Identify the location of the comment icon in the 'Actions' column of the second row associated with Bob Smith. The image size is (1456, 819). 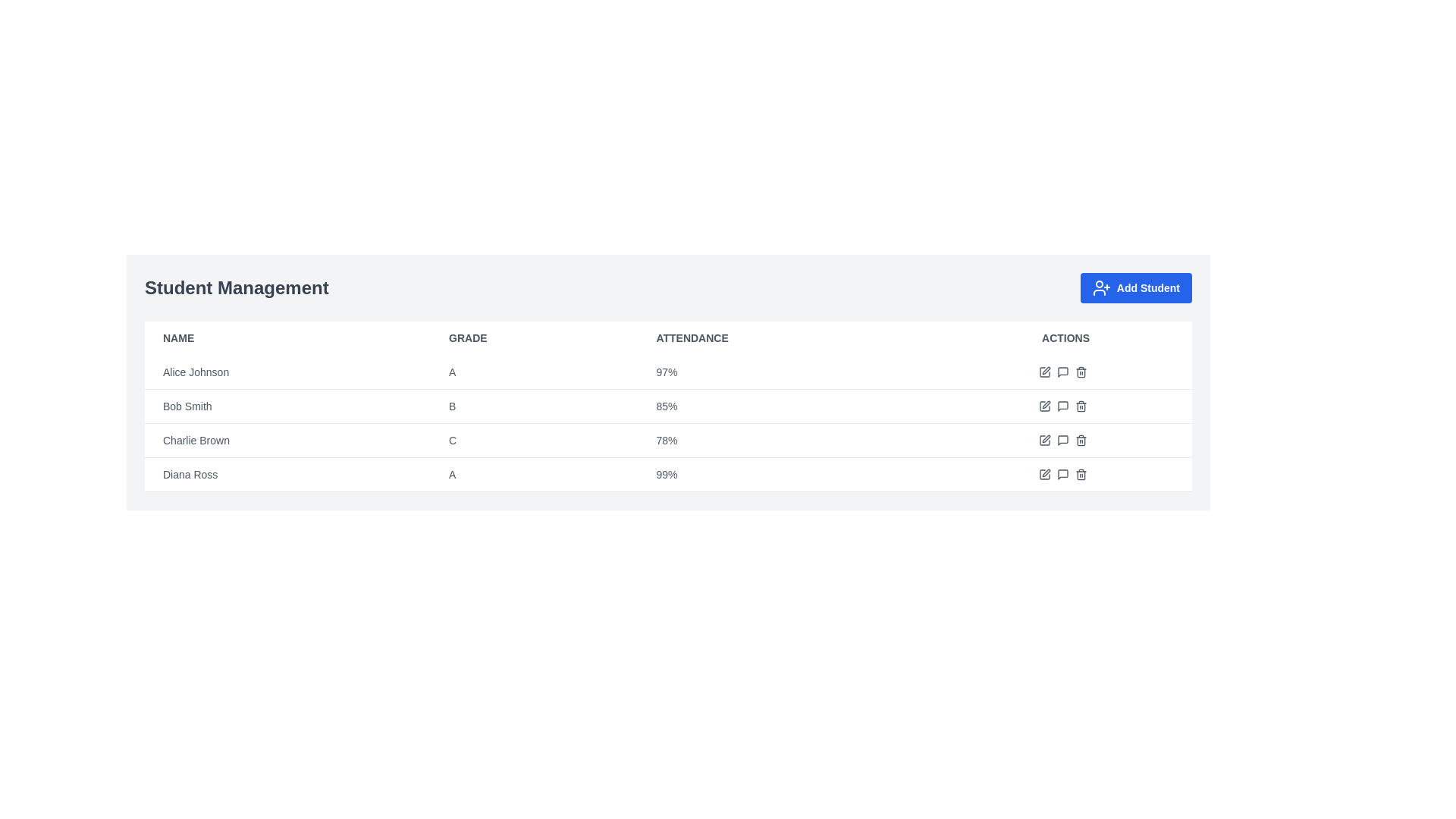
(1062, 406).